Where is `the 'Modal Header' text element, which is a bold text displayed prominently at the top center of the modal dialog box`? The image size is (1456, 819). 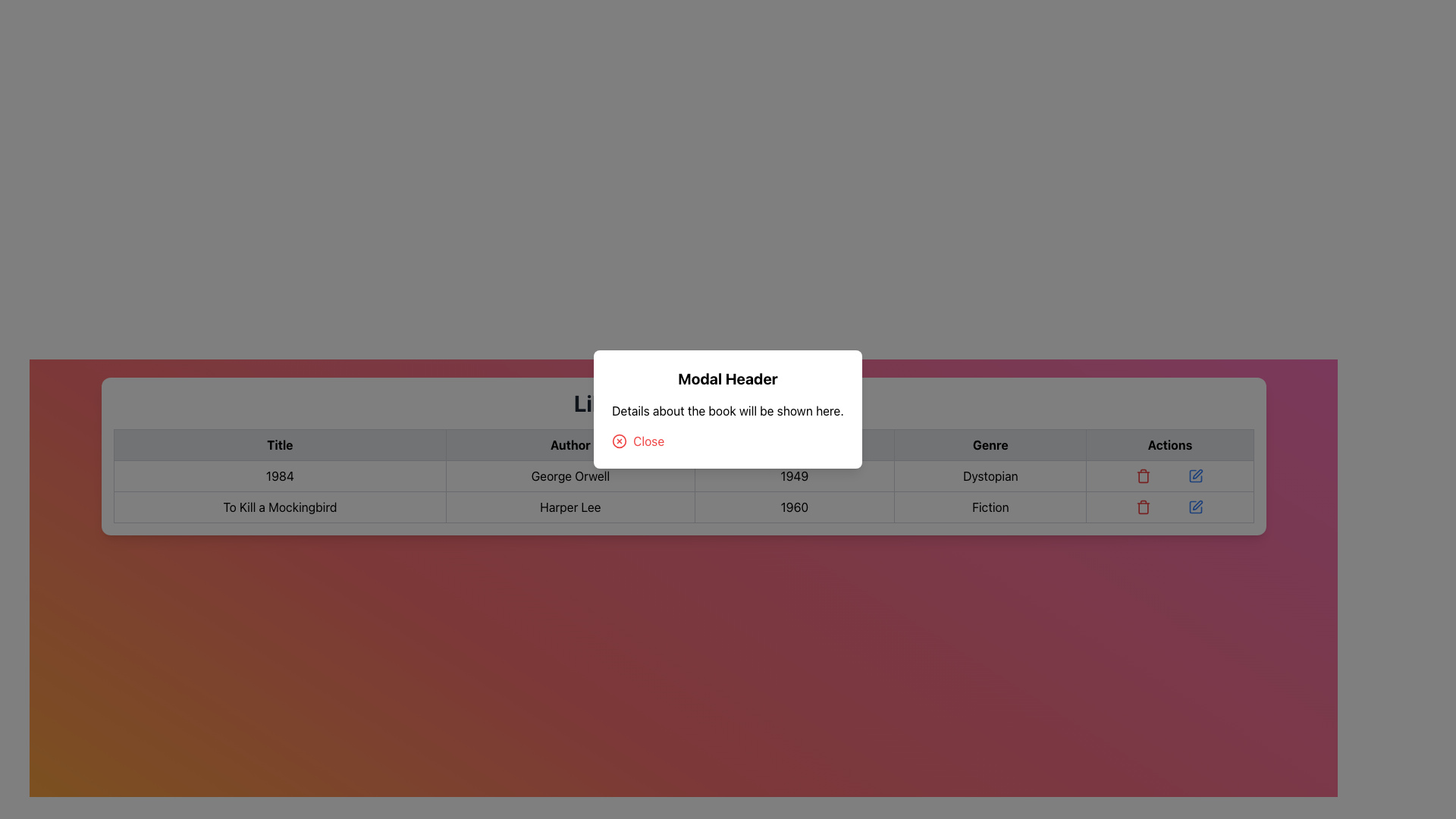
the 'Modal Header' text element, which is a bold text displayed prominently at the top center of the modal dialog box is located at coordinates (728, 378).